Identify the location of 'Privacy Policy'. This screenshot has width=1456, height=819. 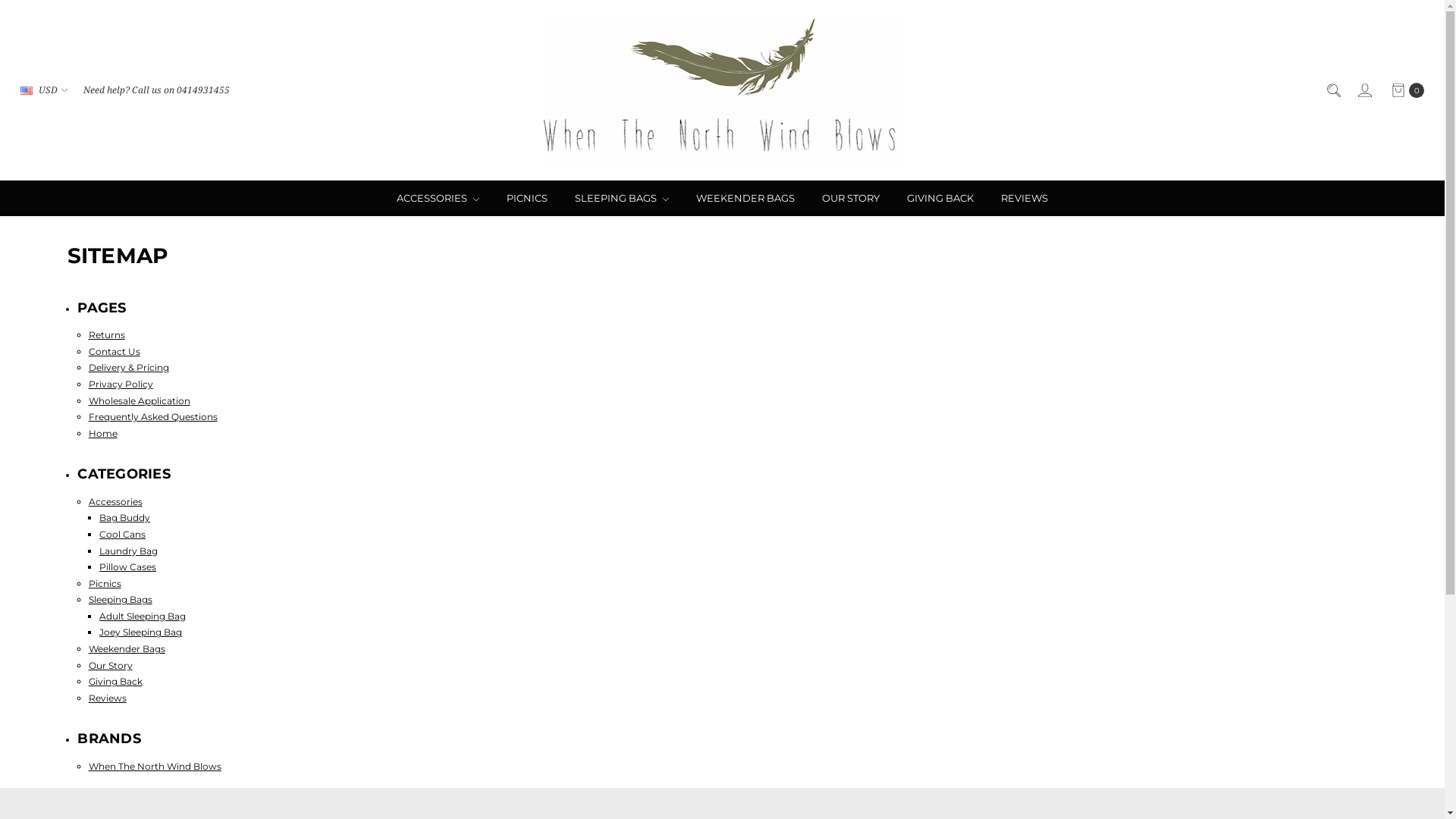
(120, 383).